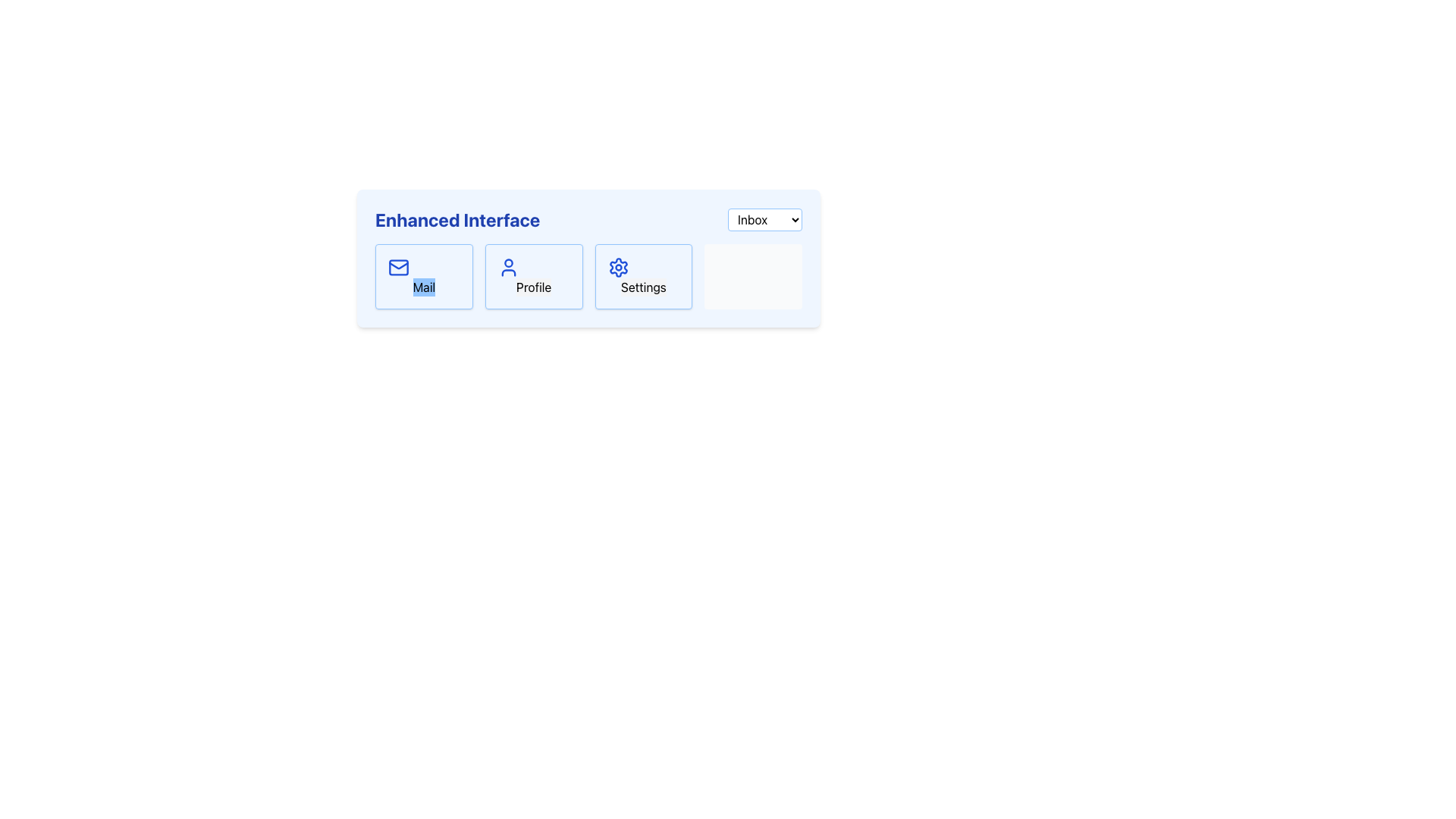 Image resolution: width=1456 pixels, height=819 pixels. Describe the element at coordinates (618, 267) in the screenshot. I see `the blue cogwheel icon representing settings, located as the third button from the left under 'Enhanced Interface' for tooltip display` at that location.